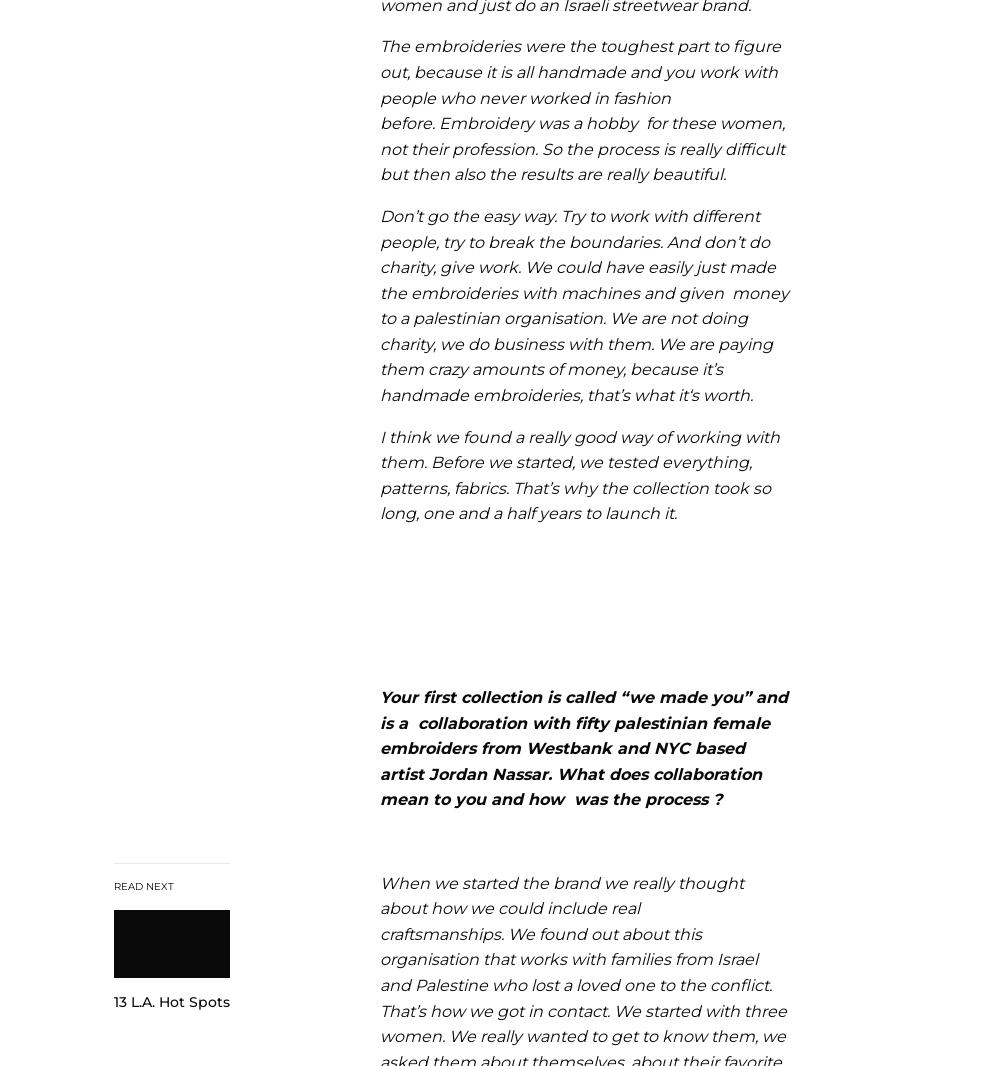  What do you see at coordinates (583, 280) in the screenshot?
I see `'And don’t do charity, give work. We could have easily just made the embroideries with machines and given  money to a palestinian organisation.'` at bounding box center [583, 280].